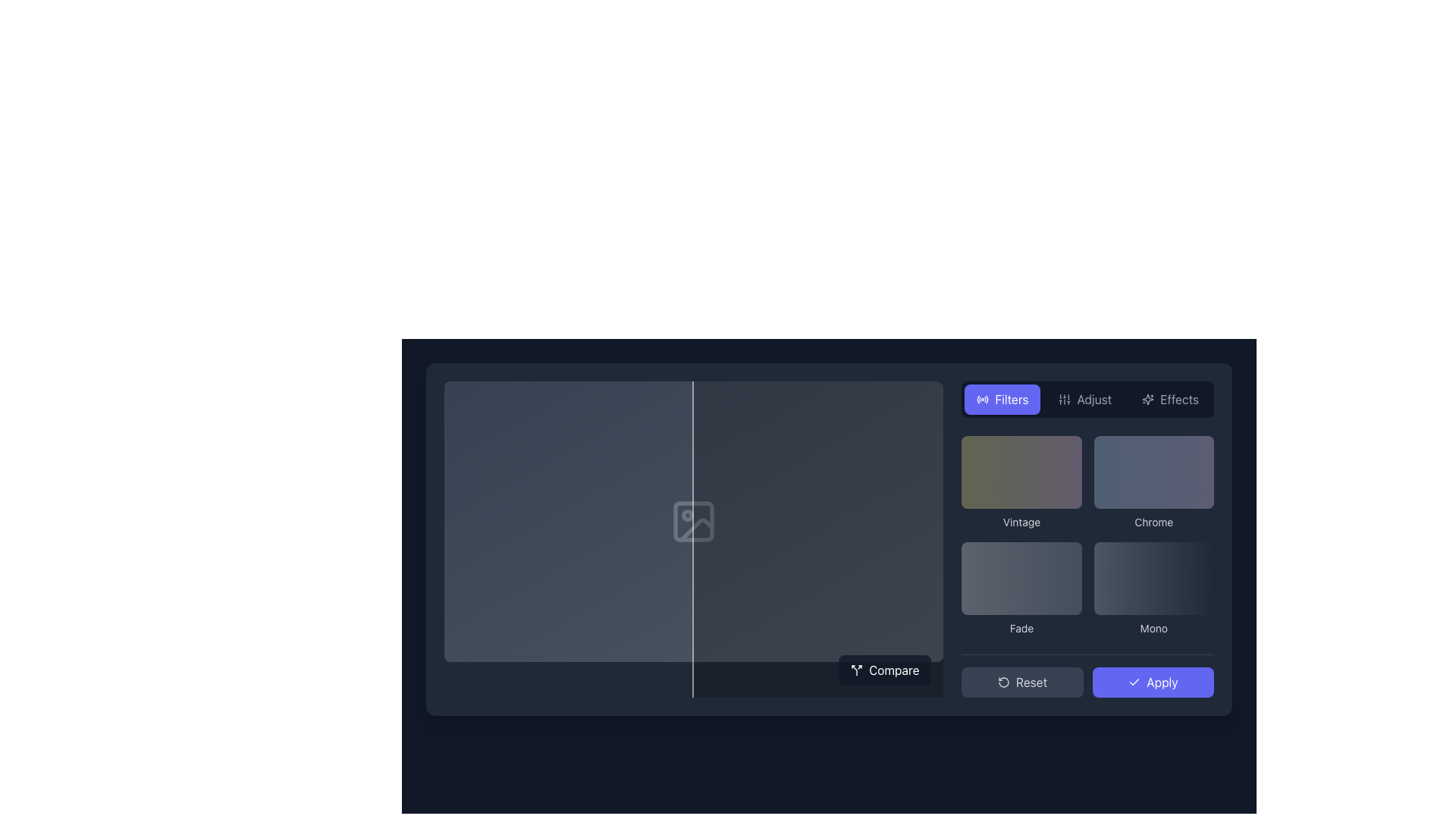 Image resolution: width=1456 pixels, height=819 pixels. What do you see at coordinates (1021, 579) in the screenshot?
I see `the 'Fade' effect button located in the bottom-right section of the interface` at bounding box center [1021, 579].